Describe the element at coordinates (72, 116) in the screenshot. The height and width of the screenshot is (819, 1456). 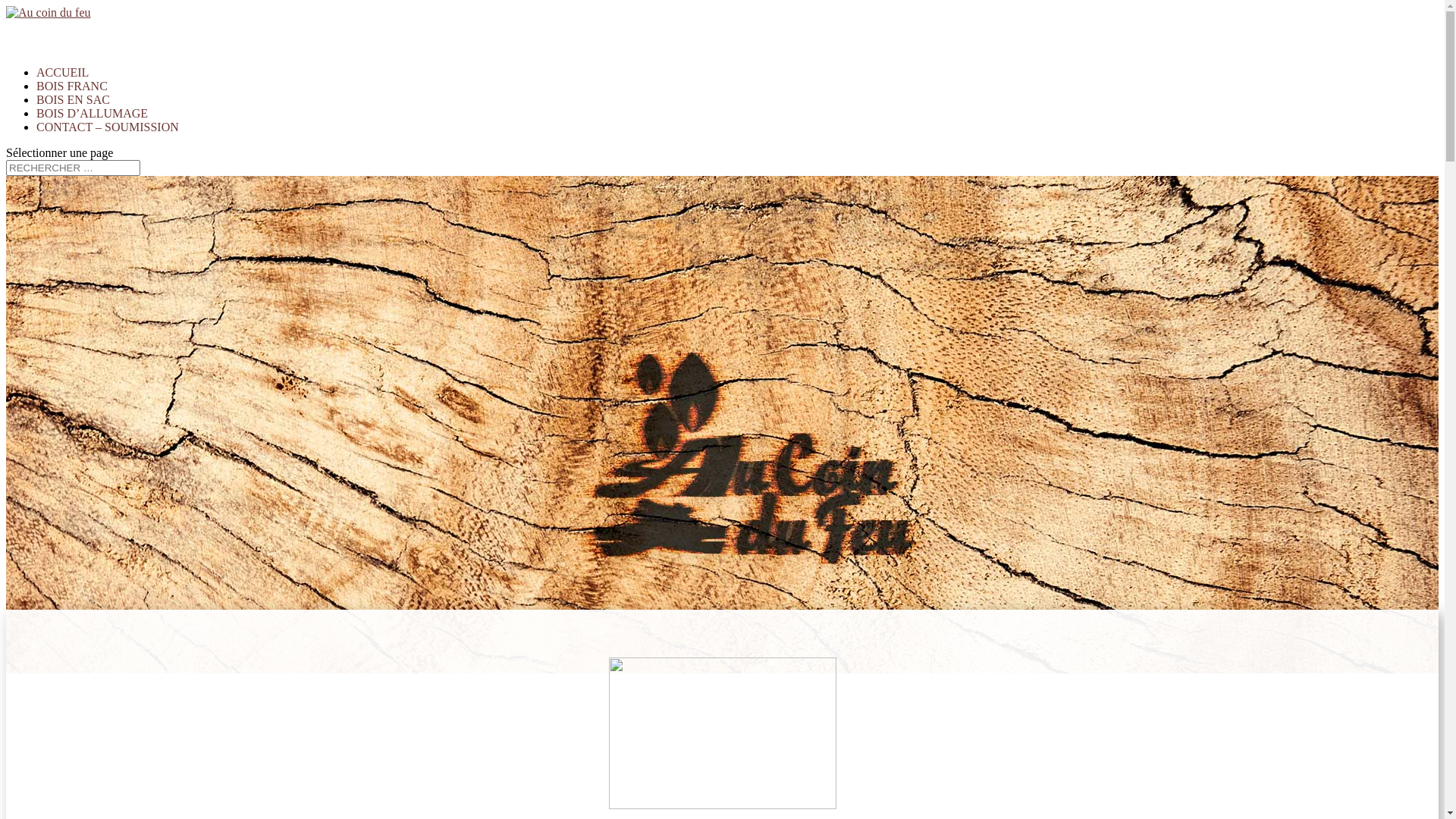
I see `'BOIS EN SAC'` at that location.